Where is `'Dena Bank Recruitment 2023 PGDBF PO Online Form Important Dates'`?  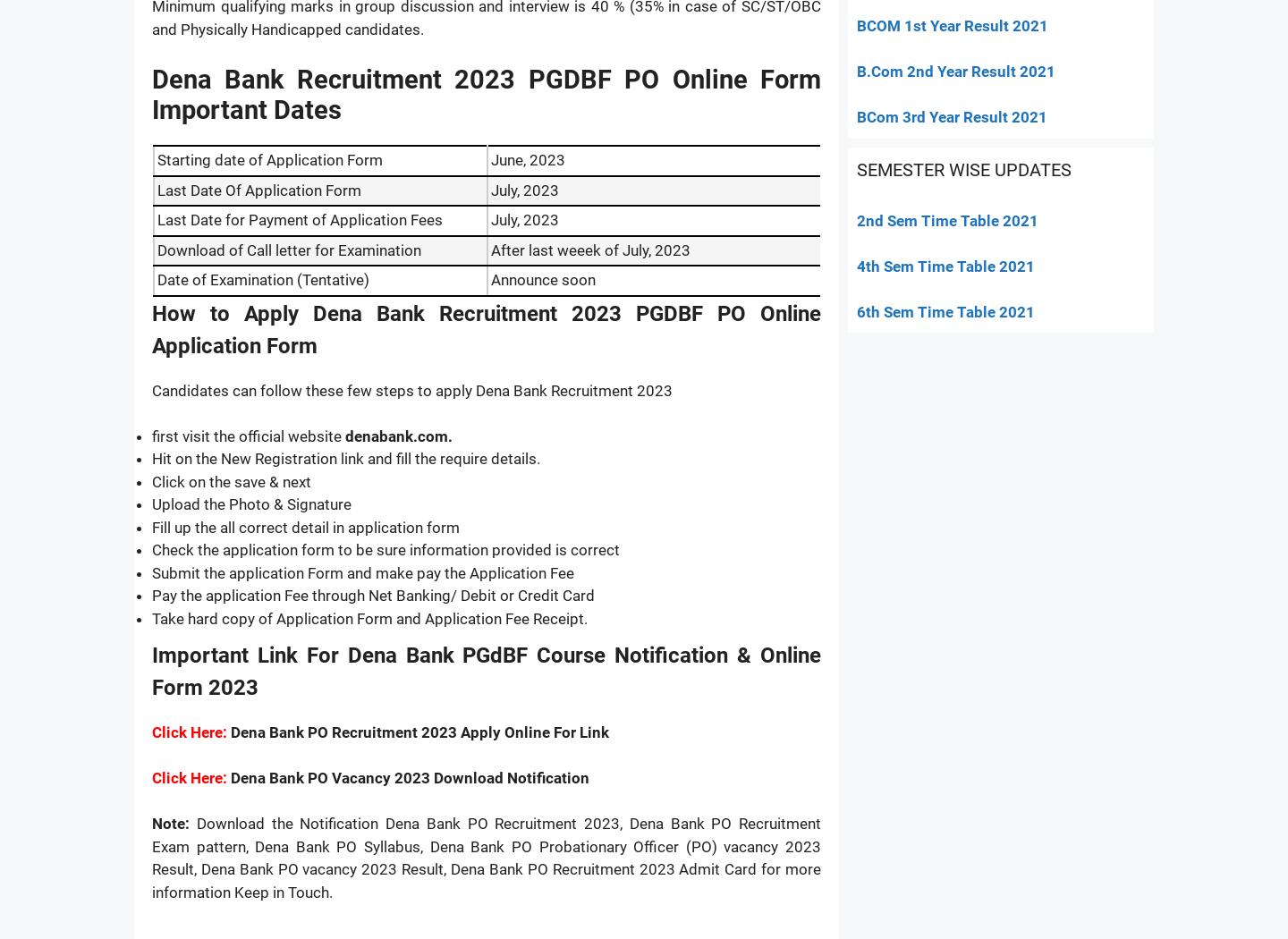 'Dena Bank Recruitment 2023 PGDBF PO Online Form Important Dates' is located at coordinates (487, 94).